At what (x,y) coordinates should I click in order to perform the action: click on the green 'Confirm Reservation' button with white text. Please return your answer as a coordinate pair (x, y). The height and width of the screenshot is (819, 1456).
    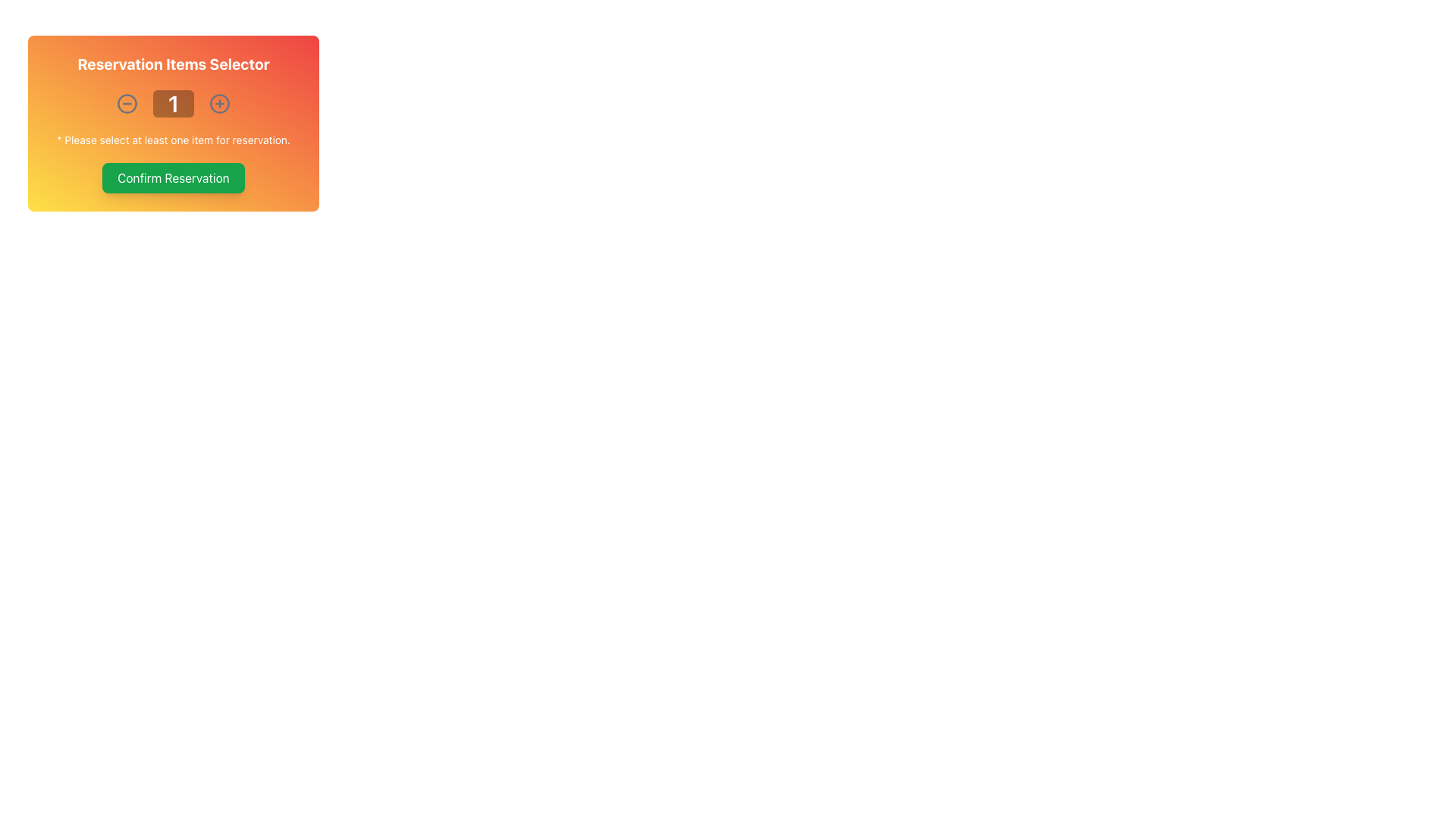
    Looking at the image, I should click on (174, 177).